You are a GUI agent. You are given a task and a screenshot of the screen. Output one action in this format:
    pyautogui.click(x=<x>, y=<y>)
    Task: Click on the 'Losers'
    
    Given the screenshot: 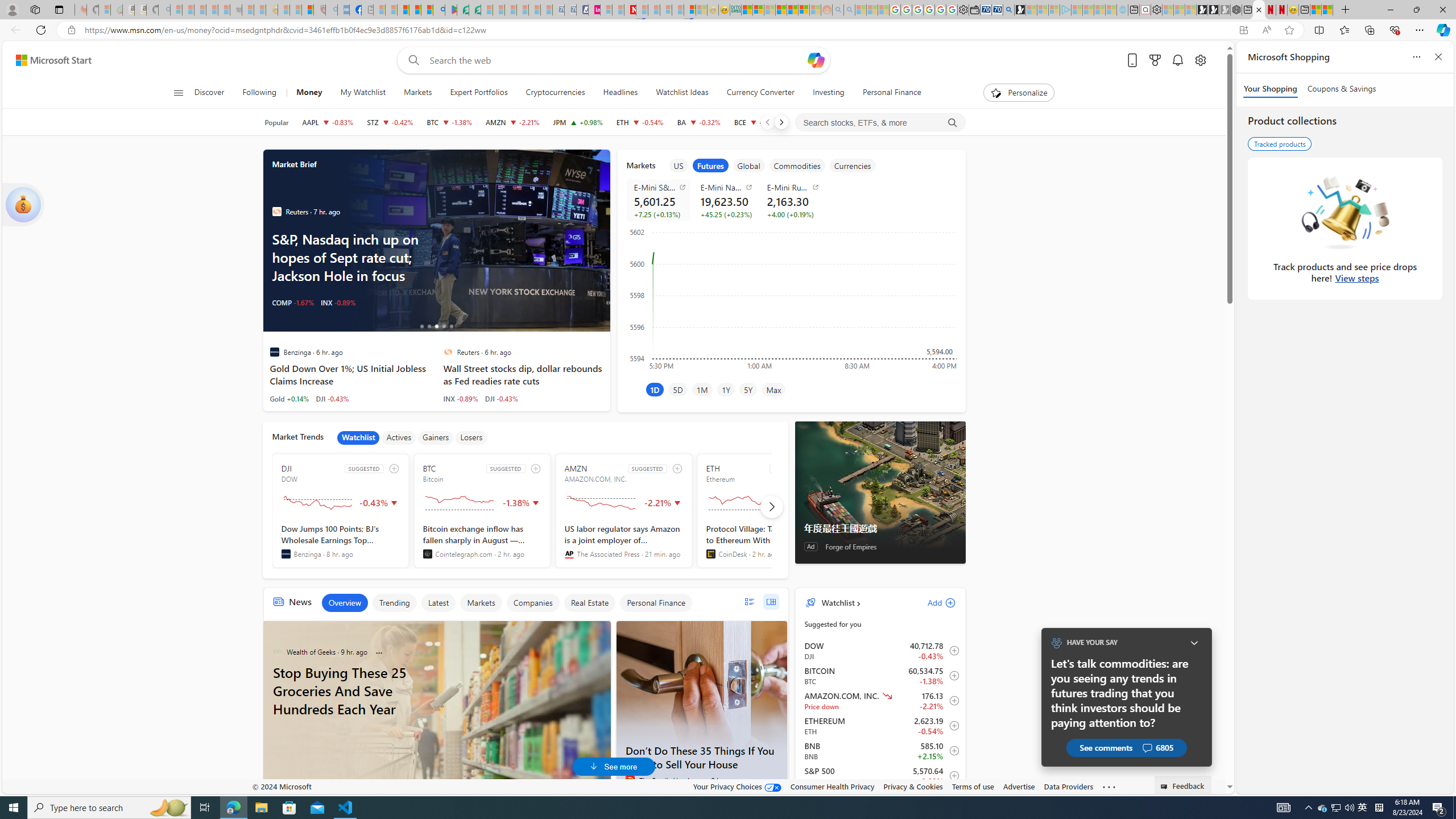 What is the action you would take?
    pyautogui.click(x=471, y=437)
    